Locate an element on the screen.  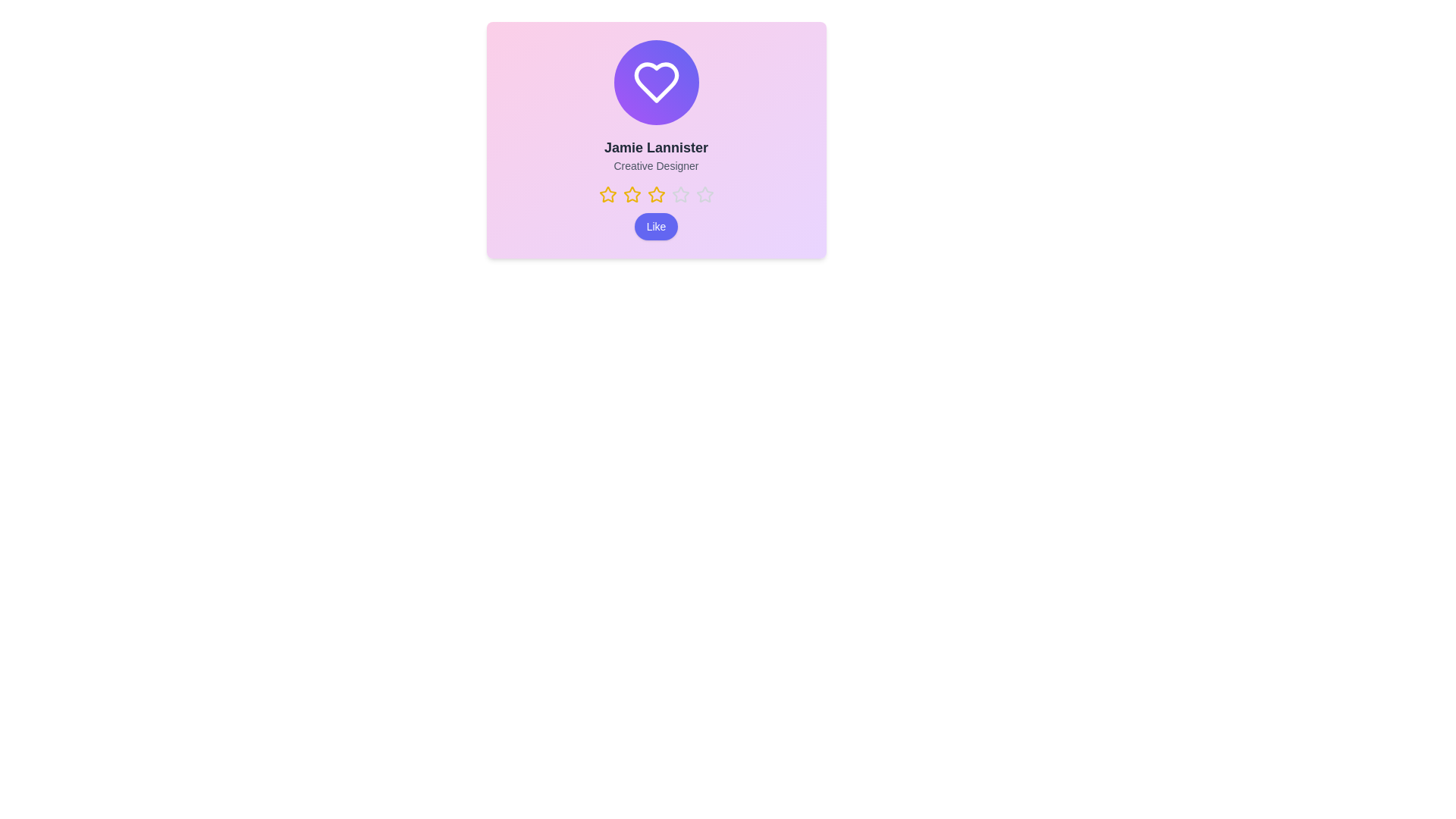
the third star icon in the rating indicator positioned below the text label 'Jamie Lannister, Creative Designer' and above the 'Like' button is located at coordinates (632, 194).